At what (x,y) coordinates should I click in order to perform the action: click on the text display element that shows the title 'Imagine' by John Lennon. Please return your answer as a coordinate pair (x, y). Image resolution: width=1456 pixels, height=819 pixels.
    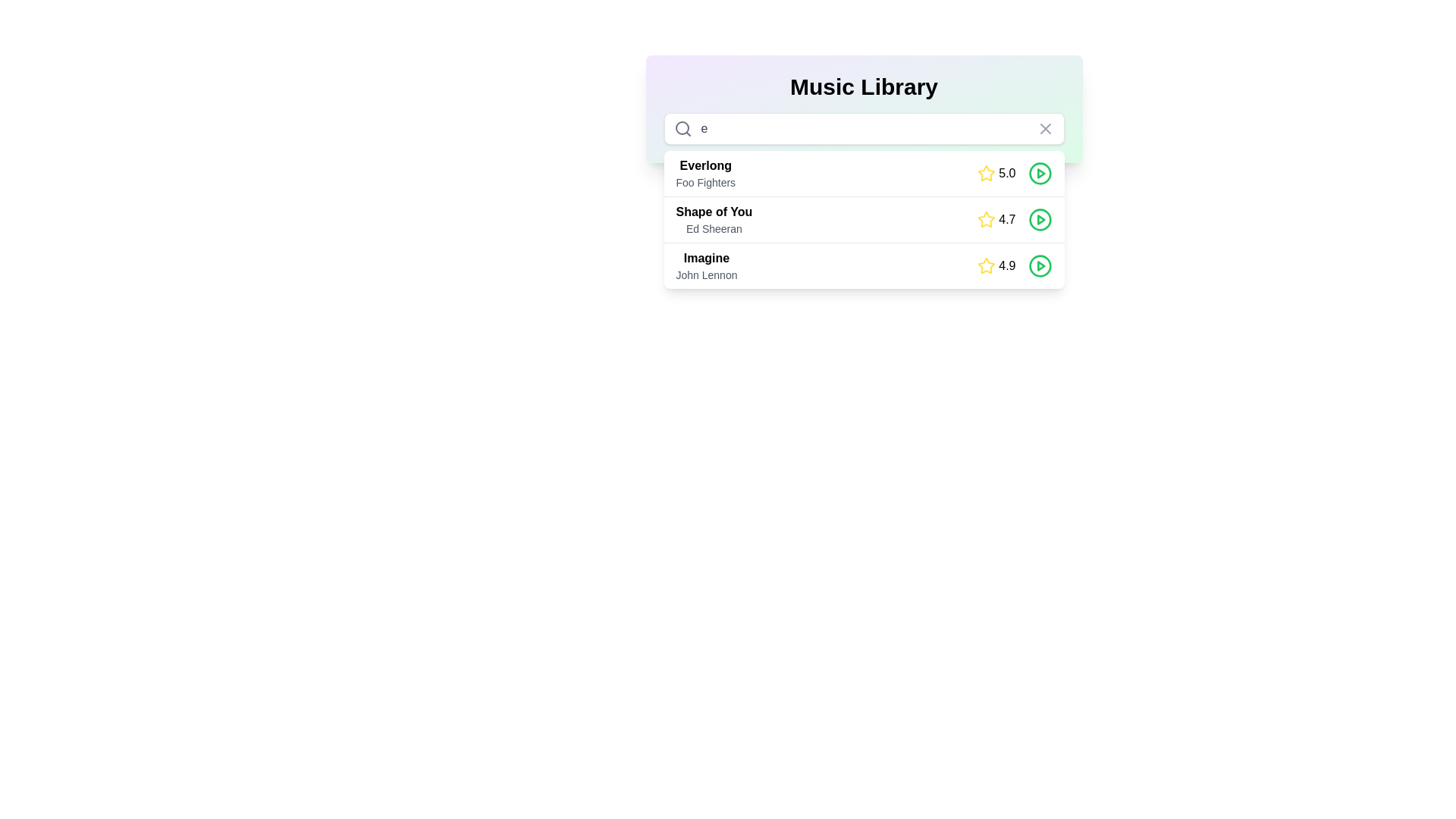
    Looking at the image, I should click on (705, 265).